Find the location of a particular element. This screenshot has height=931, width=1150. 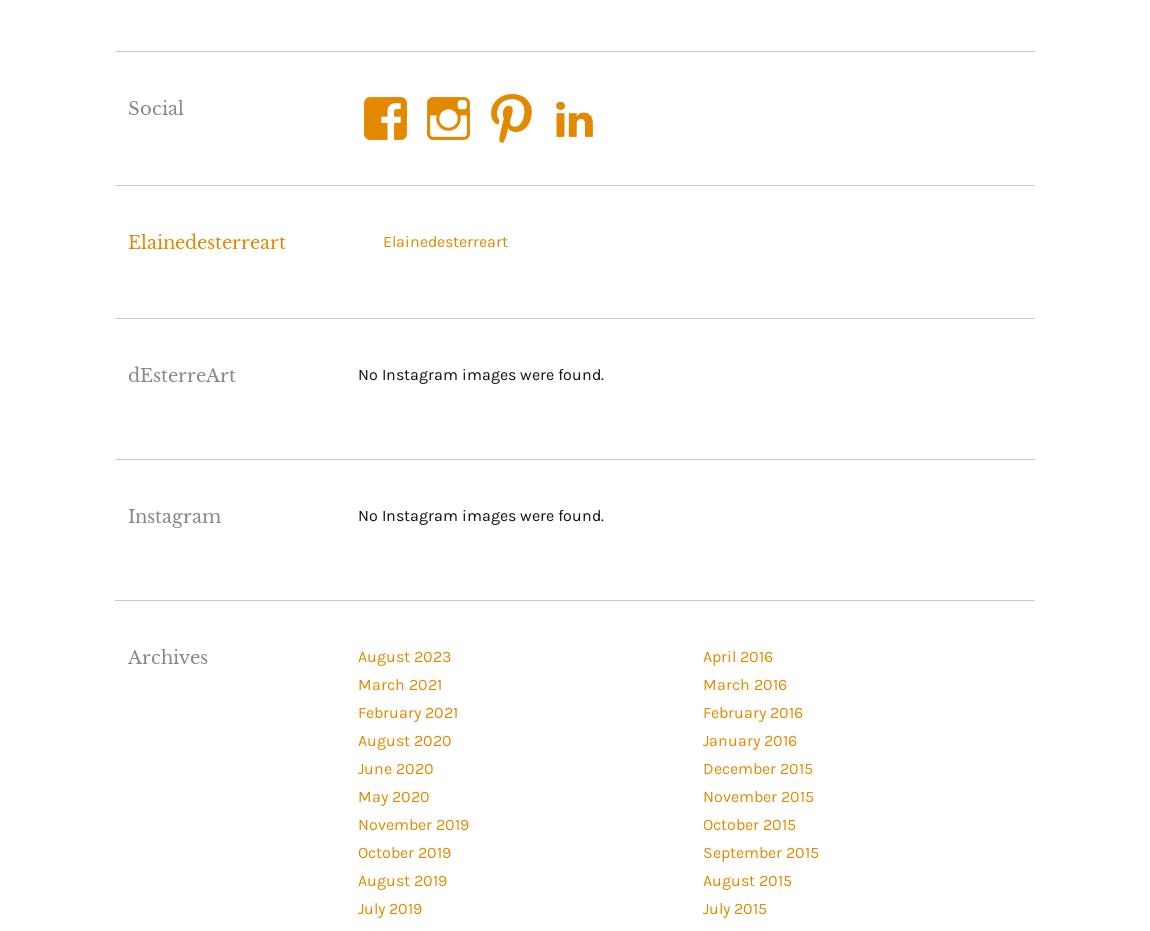

'November 2015' is located at coordinates (700, 795).